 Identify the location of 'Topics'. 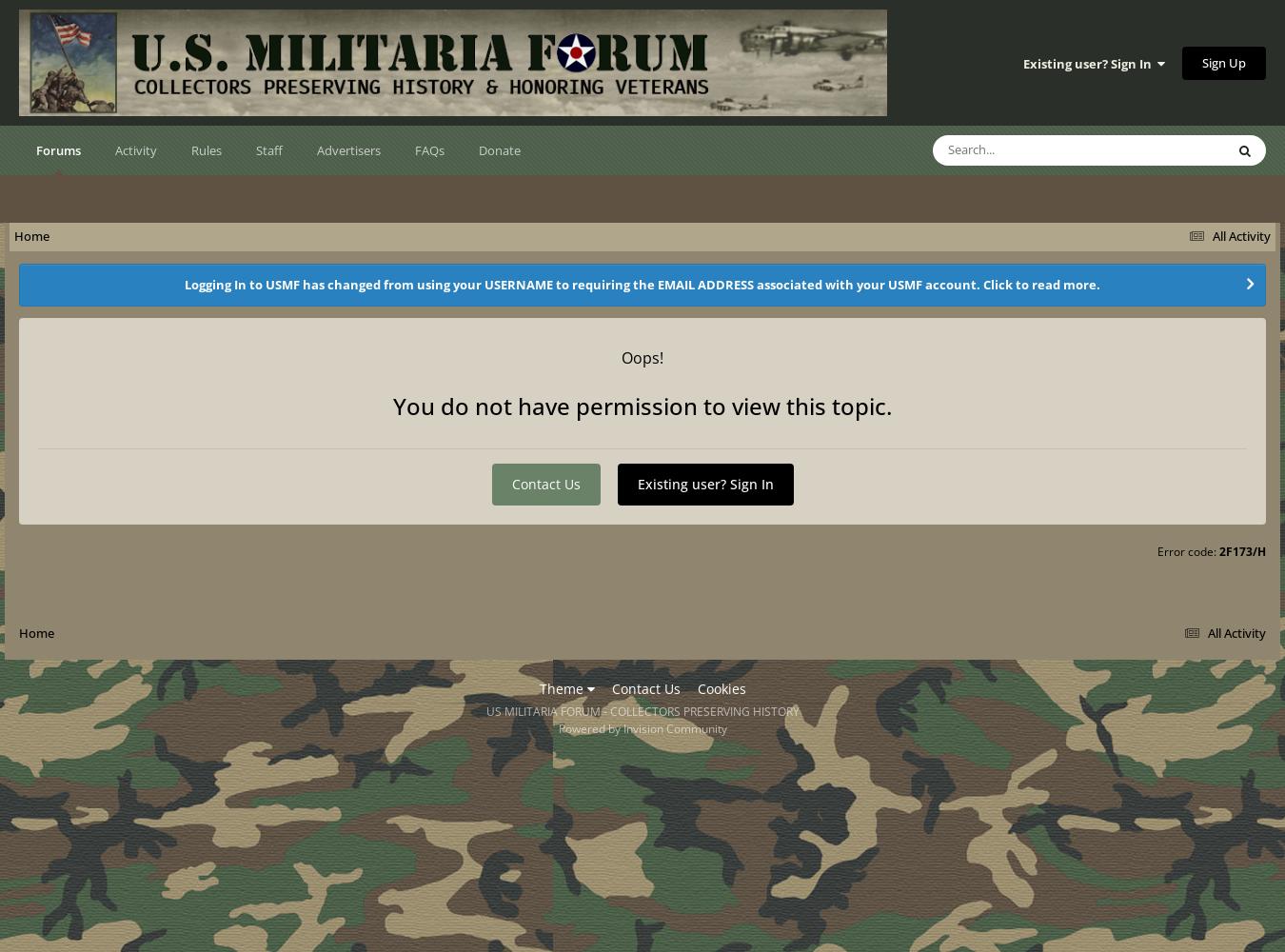
(1097, 221).